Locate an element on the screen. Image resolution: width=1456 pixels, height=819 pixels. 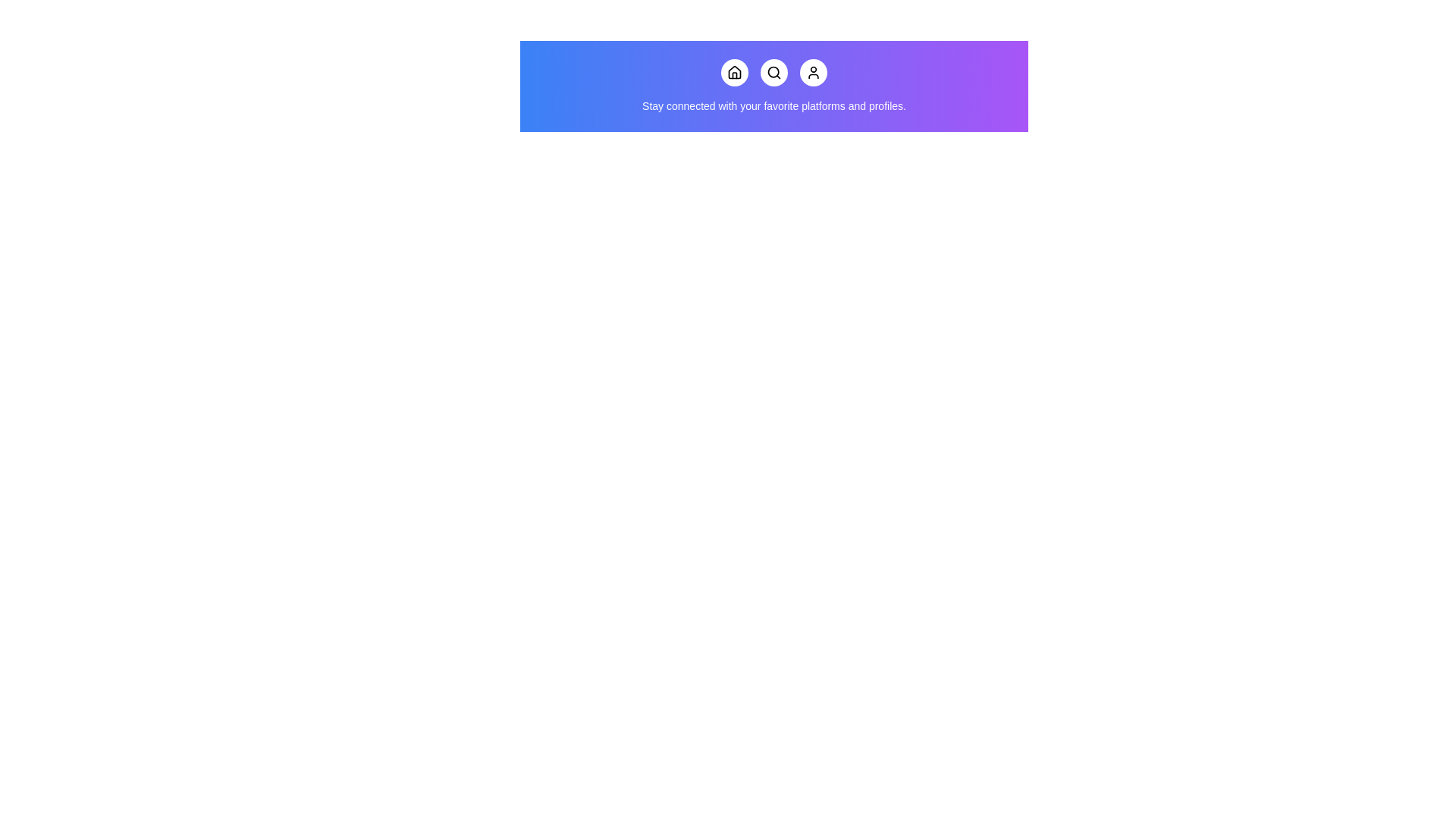
the 'Home' navigation button located at the top horizontal bar, which is the first button from the left among three similar buttons is located at coordinates (735, 73).